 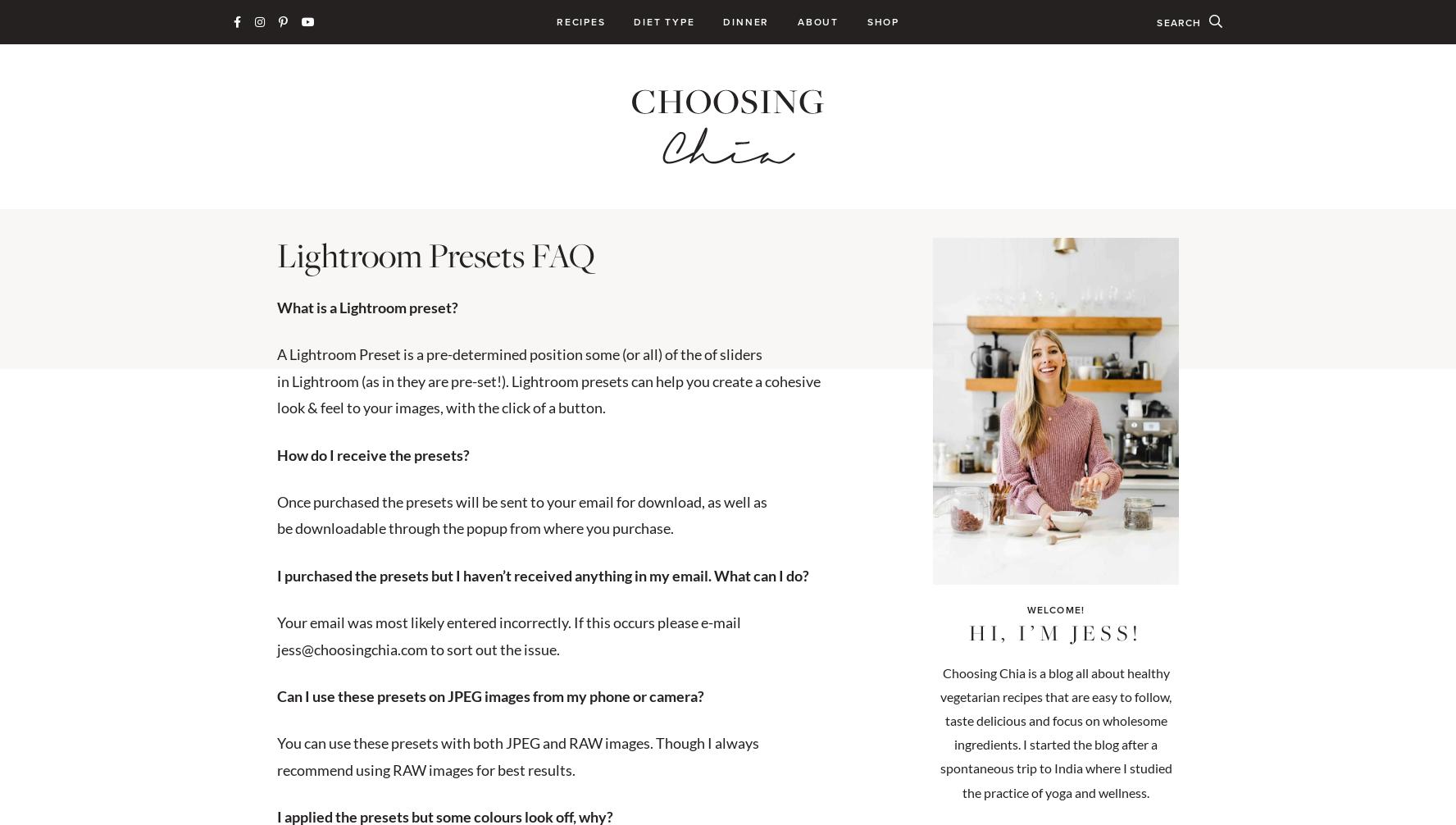 I want to click on 'How do I receive the presets?', so click(x=275, y=454).